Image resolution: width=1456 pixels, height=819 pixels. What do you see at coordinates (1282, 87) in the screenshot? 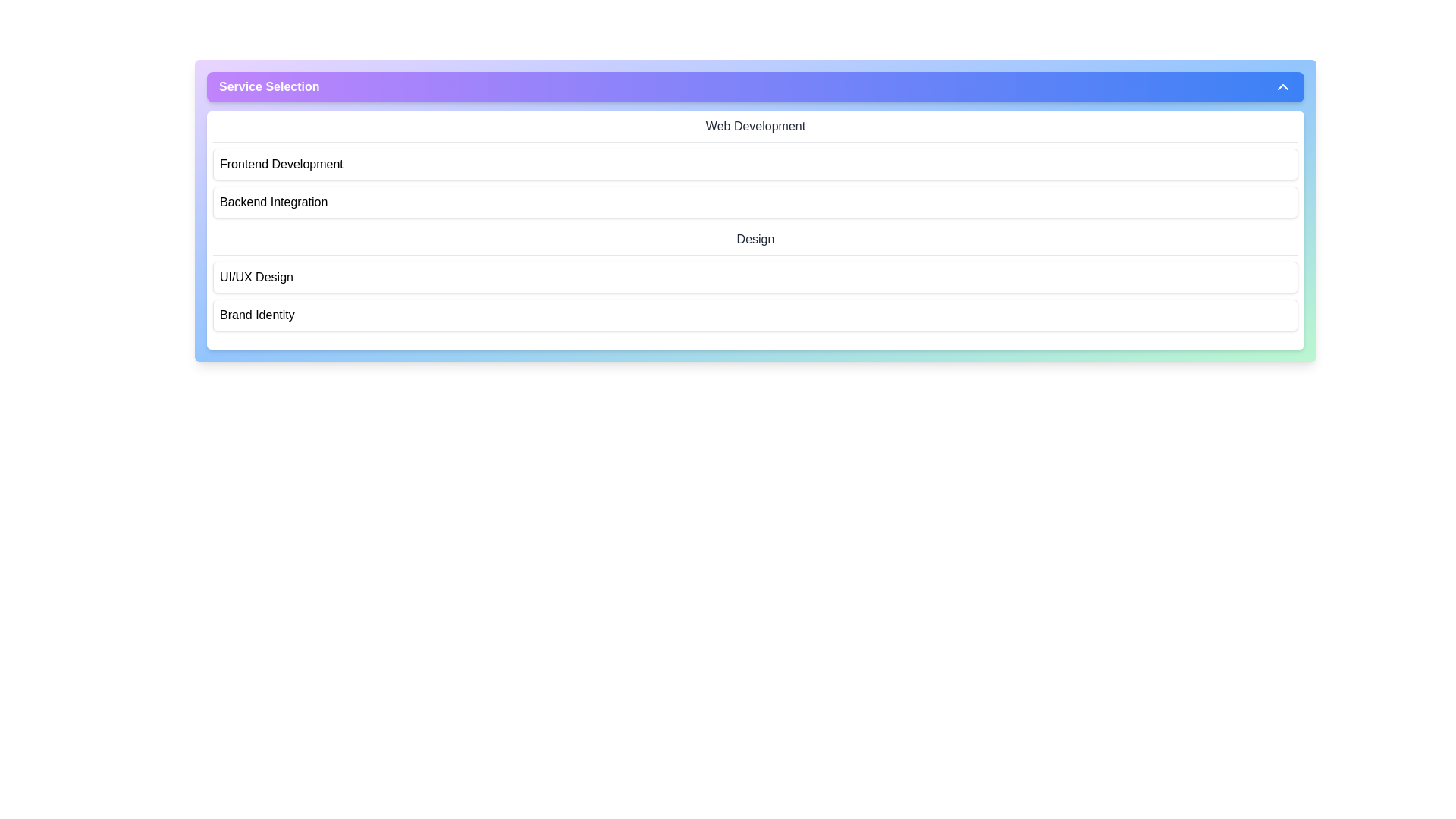
I see `the upward triangular toggle icon located at the far right of the 'Service Selection' header` at bounding box center [1282, 87].